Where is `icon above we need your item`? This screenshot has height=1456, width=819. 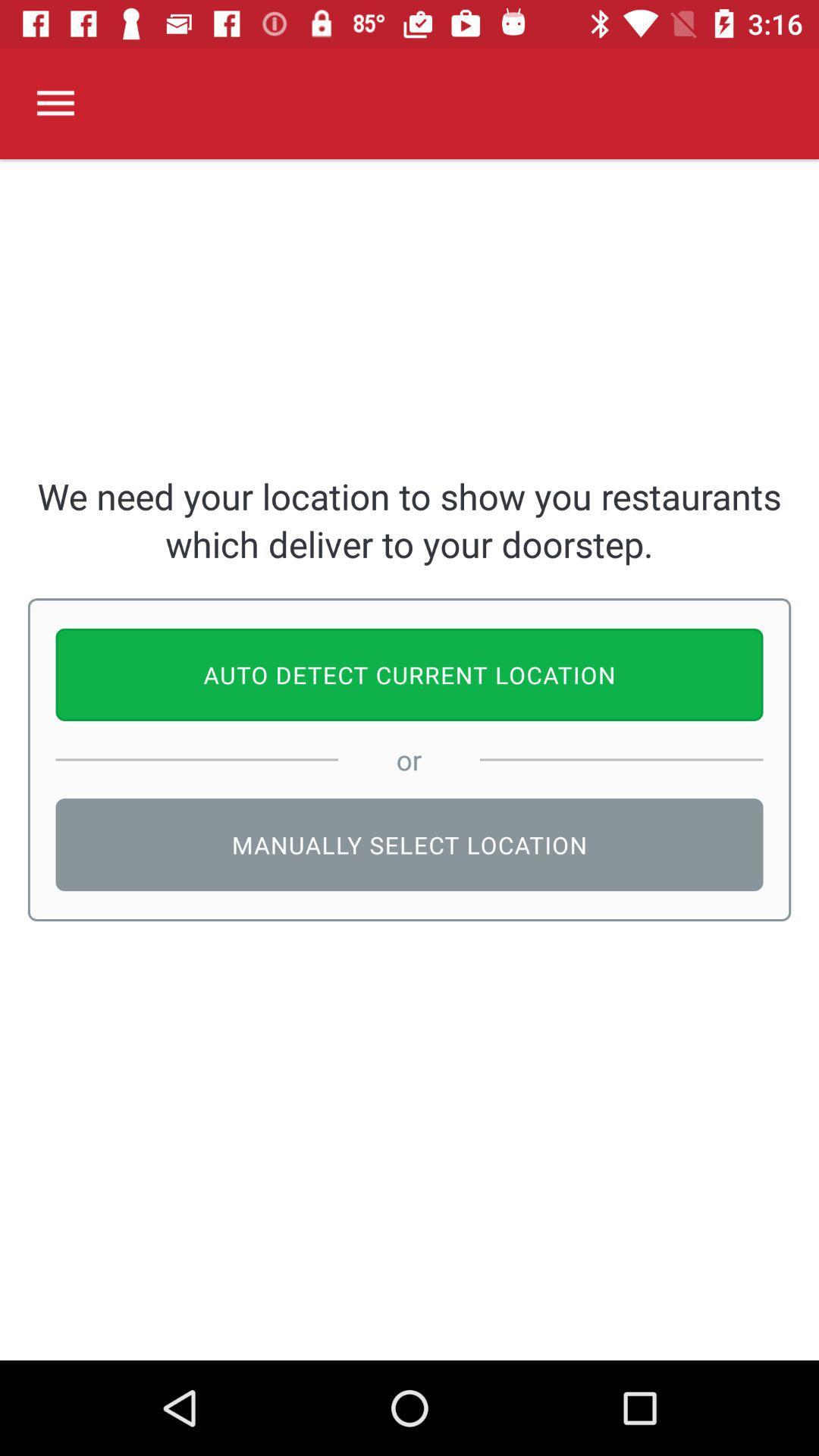
icon above we need your item is located at coordinates (55, 102).